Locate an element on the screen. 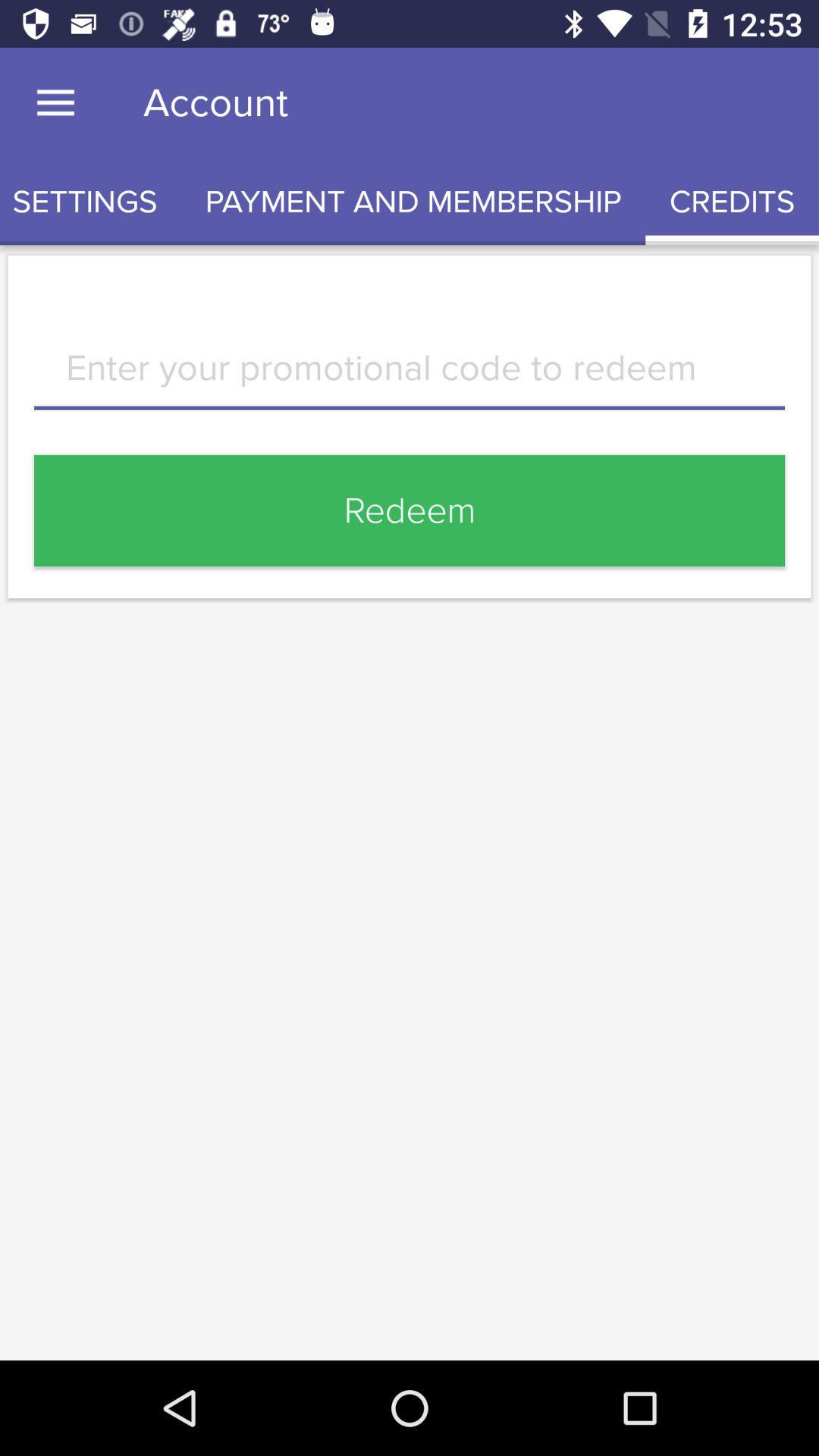  payment and membership icon is located at coordinates (413, 201).